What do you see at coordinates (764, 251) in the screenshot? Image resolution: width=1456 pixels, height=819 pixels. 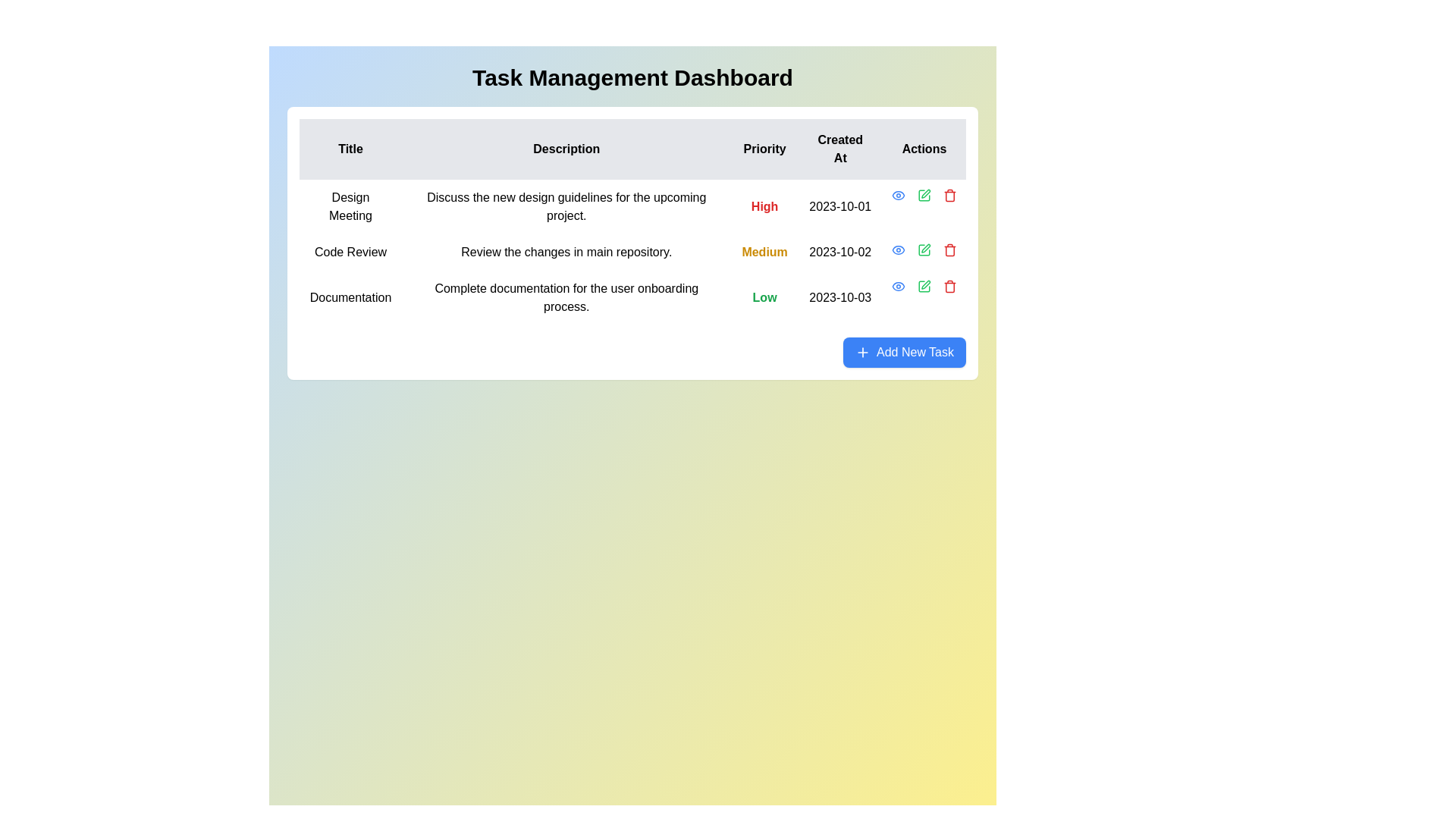 I see `the Text label indicating the priority level of a task in the second row of the table, located in the 'Priority' column` at bounding box center [764, 251].